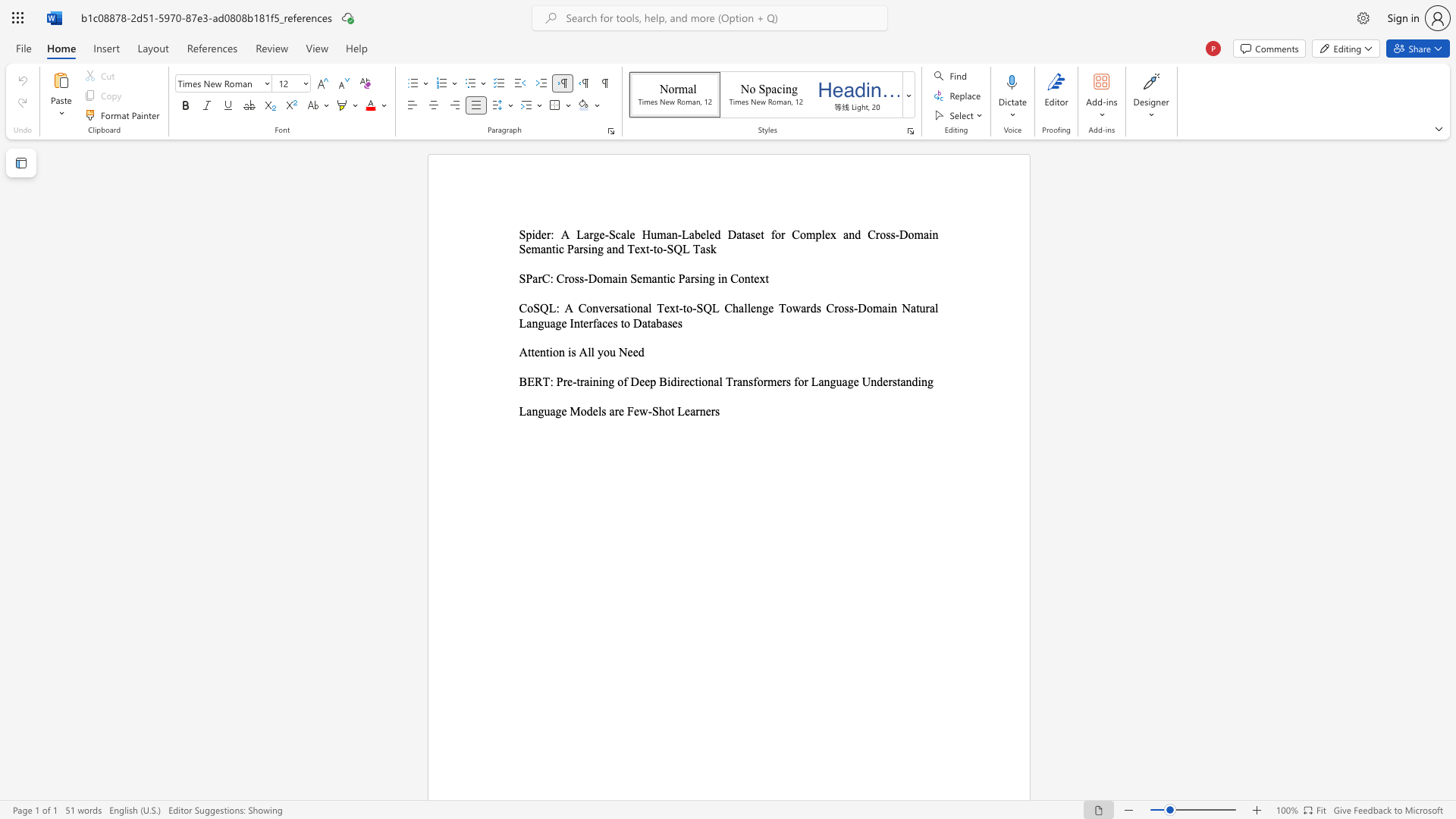 The image size is (1456, 819). I want to click on the subset text "rs" within the text "Language Models are Few-Shot Learners", so click(710, 411).